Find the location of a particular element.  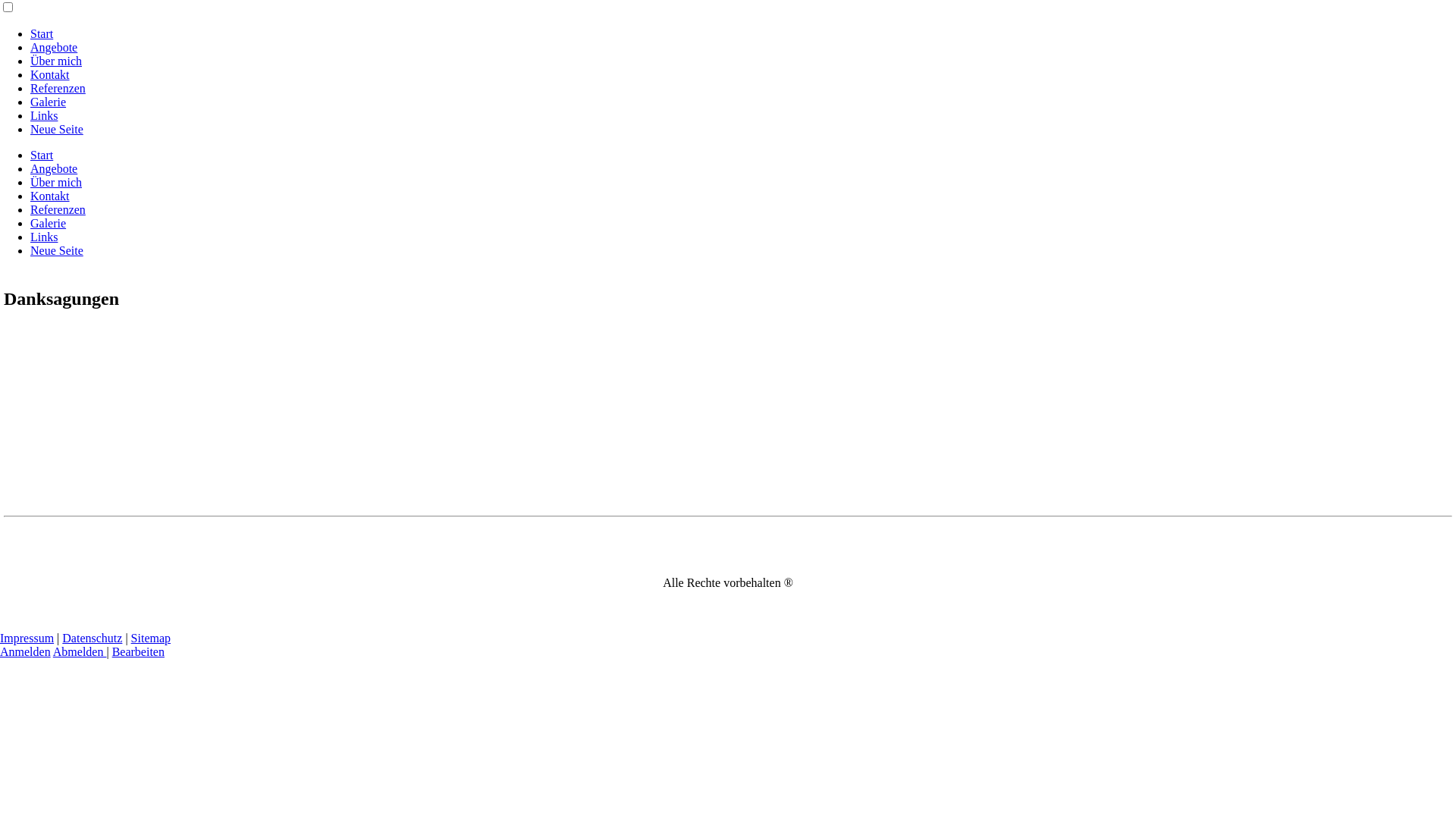

'Links' is located at coordinates (43, 237).